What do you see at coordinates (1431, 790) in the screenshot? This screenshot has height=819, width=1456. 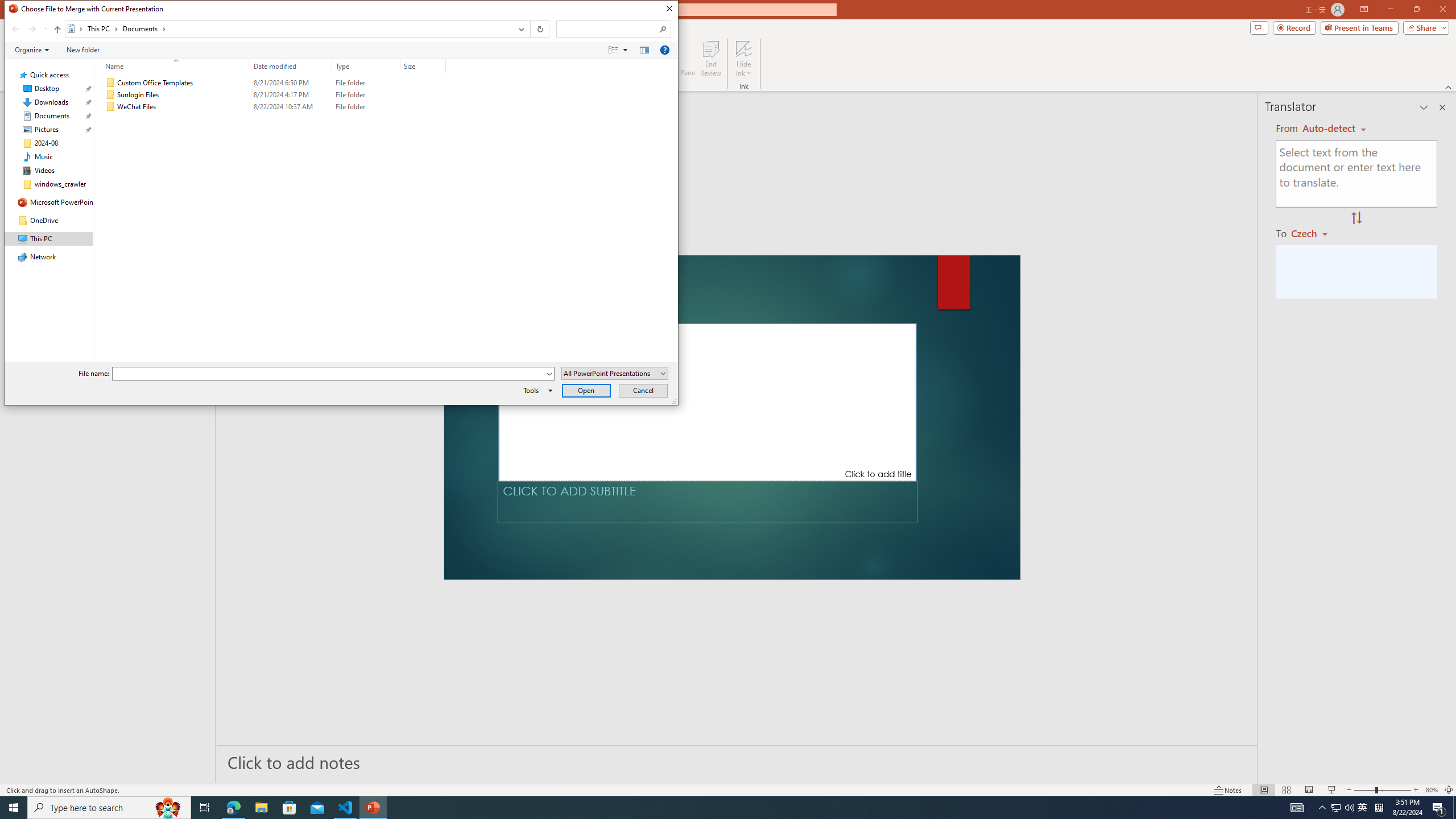 I see `'Zoom 80%'` at bounding box center [1431, 790].